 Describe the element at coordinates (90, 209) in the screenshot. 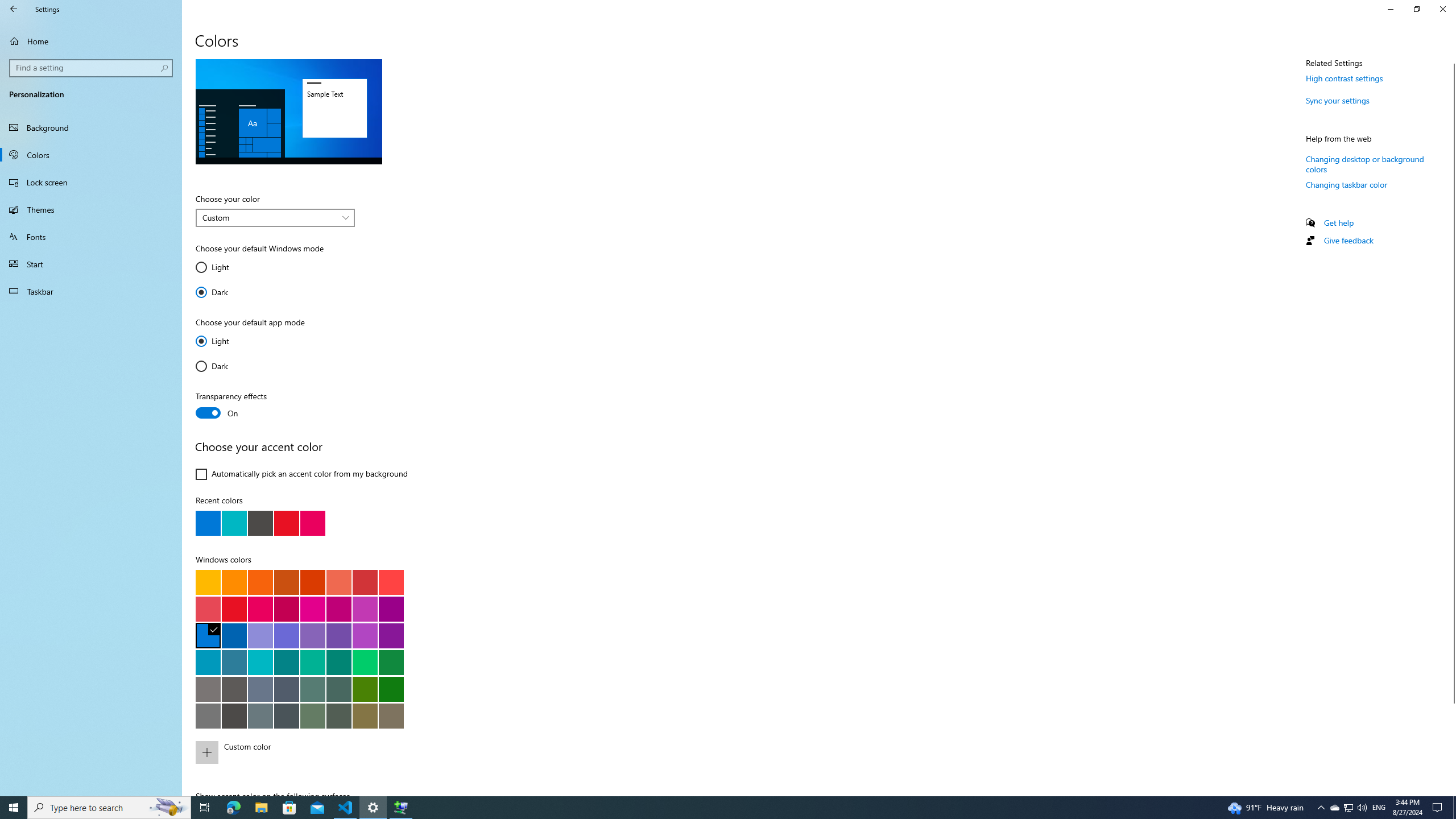

I see `'Themes'` at that location.